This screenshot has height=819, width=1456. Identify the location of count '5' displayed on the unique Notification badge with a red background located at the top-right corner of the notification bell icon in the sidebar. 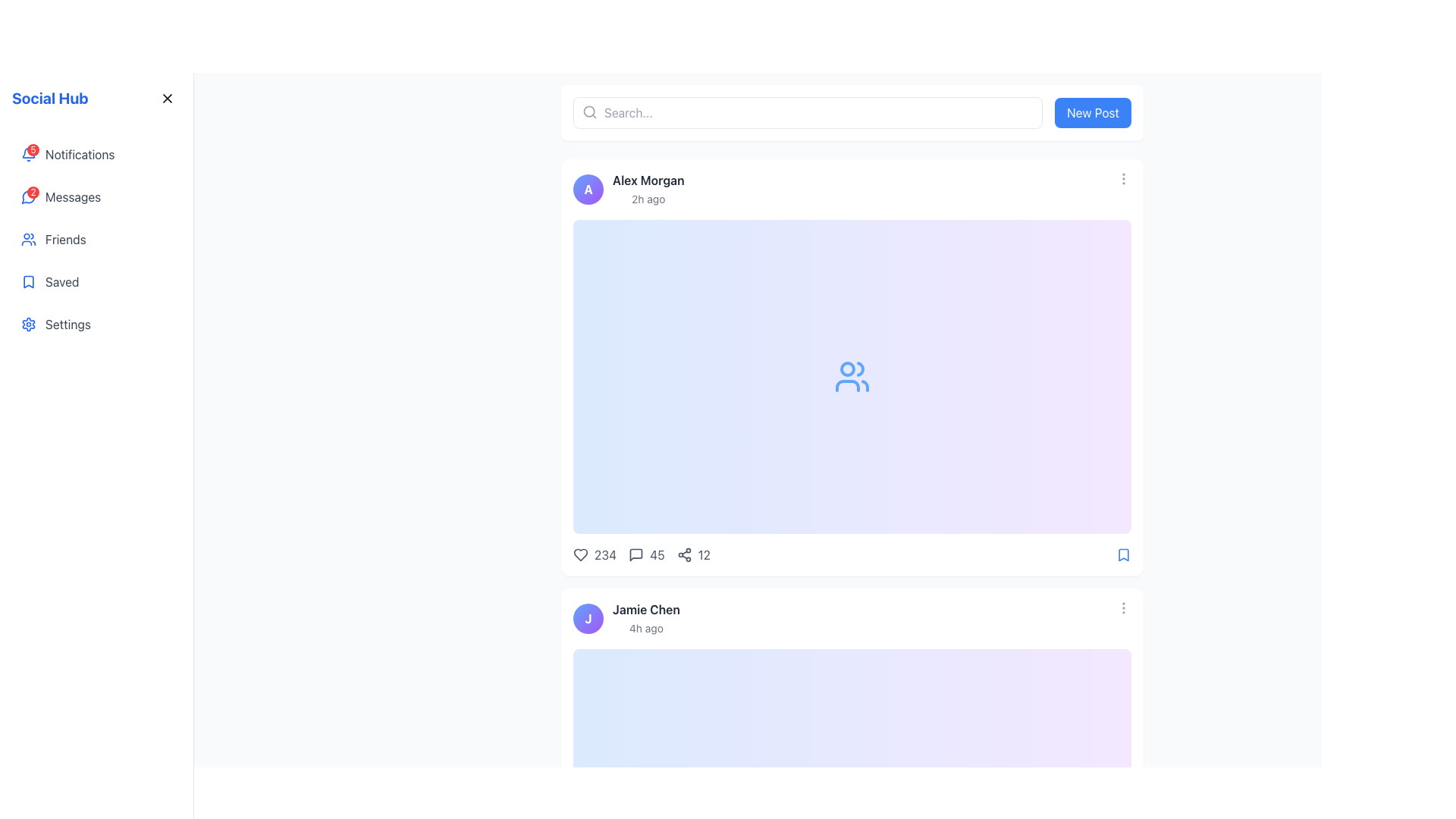
(33, 149).